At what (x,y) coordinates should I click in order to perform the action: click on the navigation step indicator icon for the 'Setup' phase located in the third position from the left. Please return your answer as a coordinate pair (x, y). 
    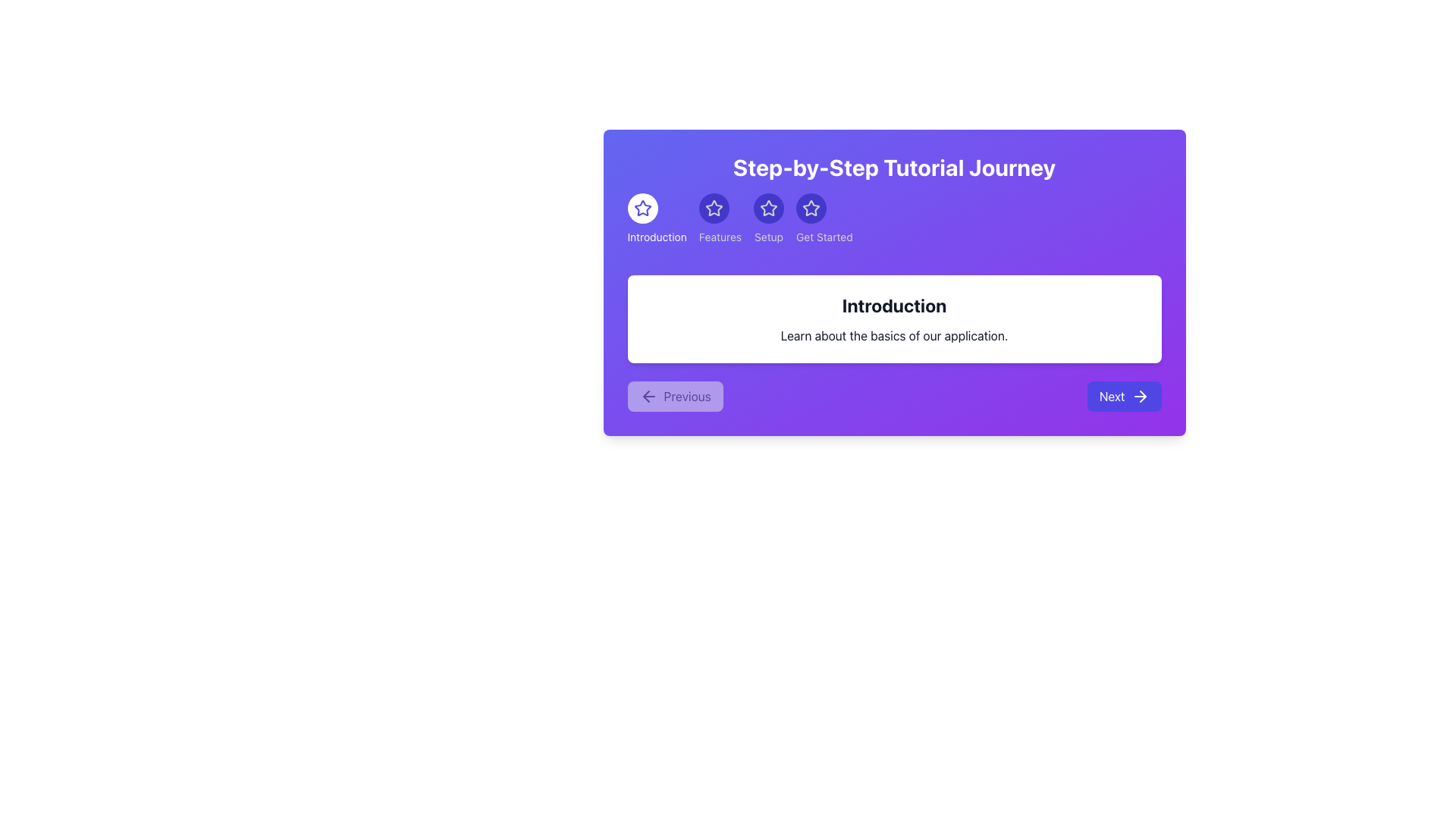
    Looking at the image, I should click on (769, 208).